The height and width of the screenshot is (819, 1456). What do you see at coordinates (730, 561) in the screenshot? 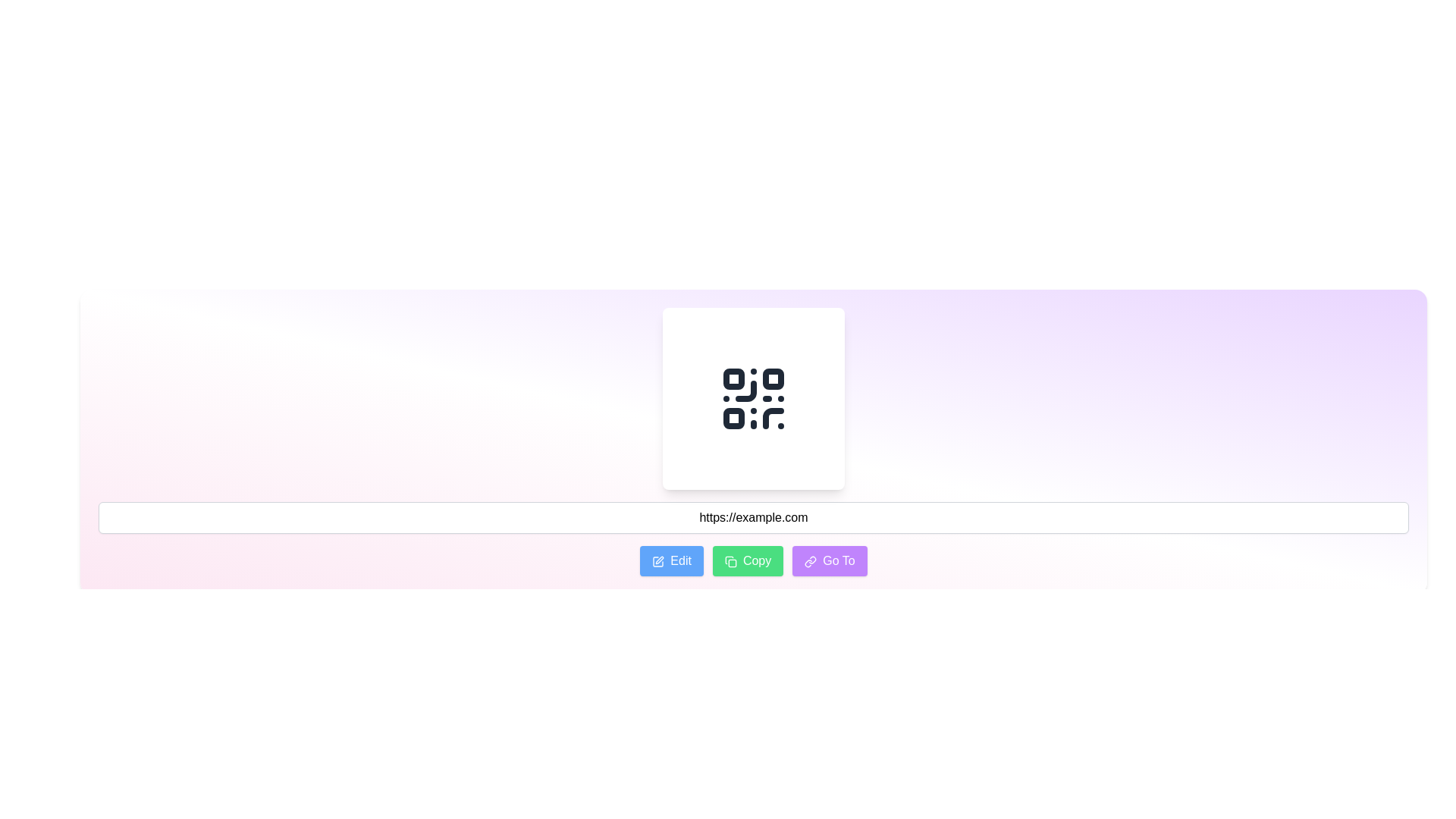
I see `the leftmost 'Copy' icon within the green button located in the middle of the row beneath the URL field` at bounding box center [730, 561].